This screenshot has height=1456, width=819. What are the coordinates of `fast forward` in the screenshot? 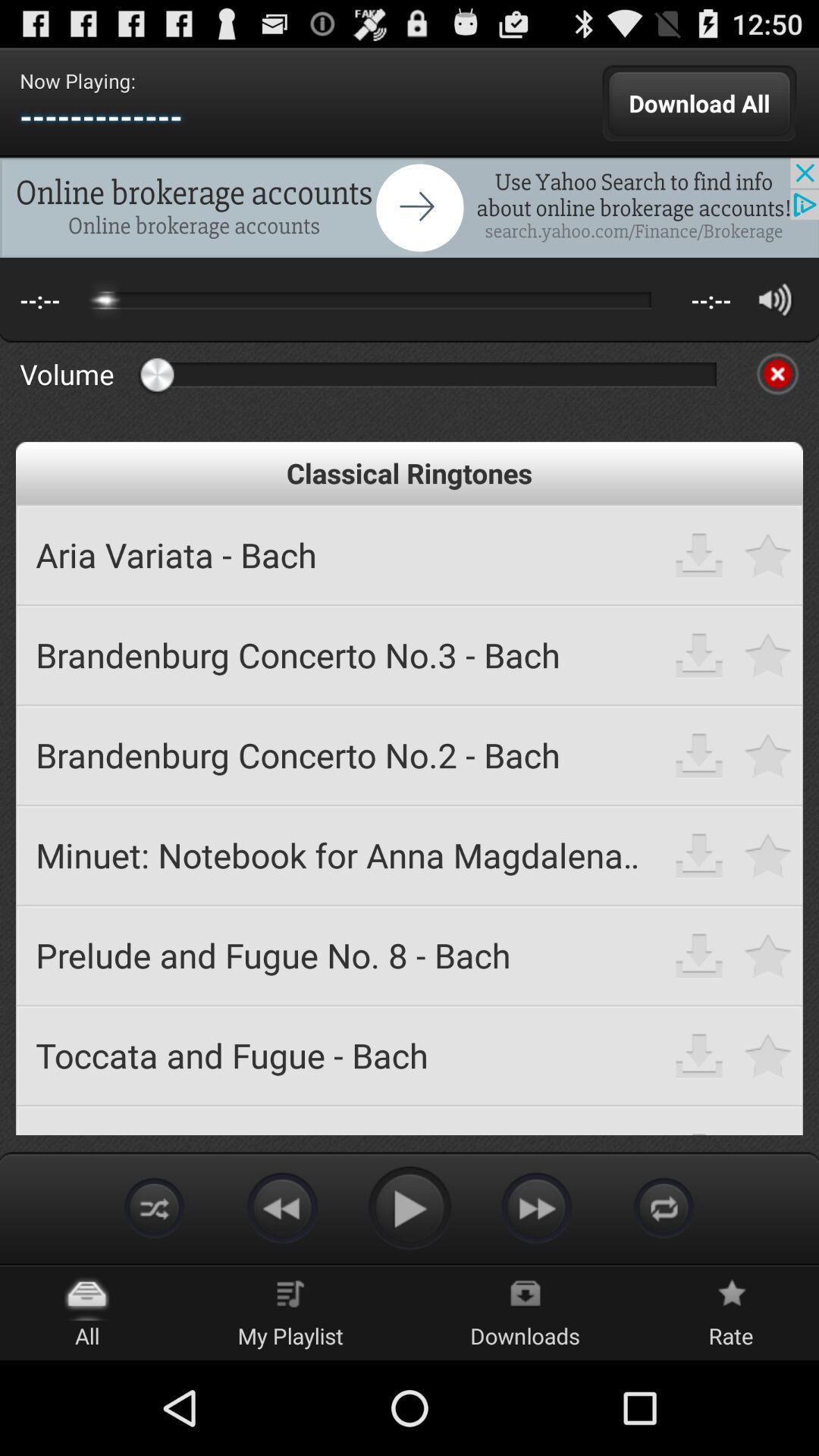 It's located at (536, 1207).